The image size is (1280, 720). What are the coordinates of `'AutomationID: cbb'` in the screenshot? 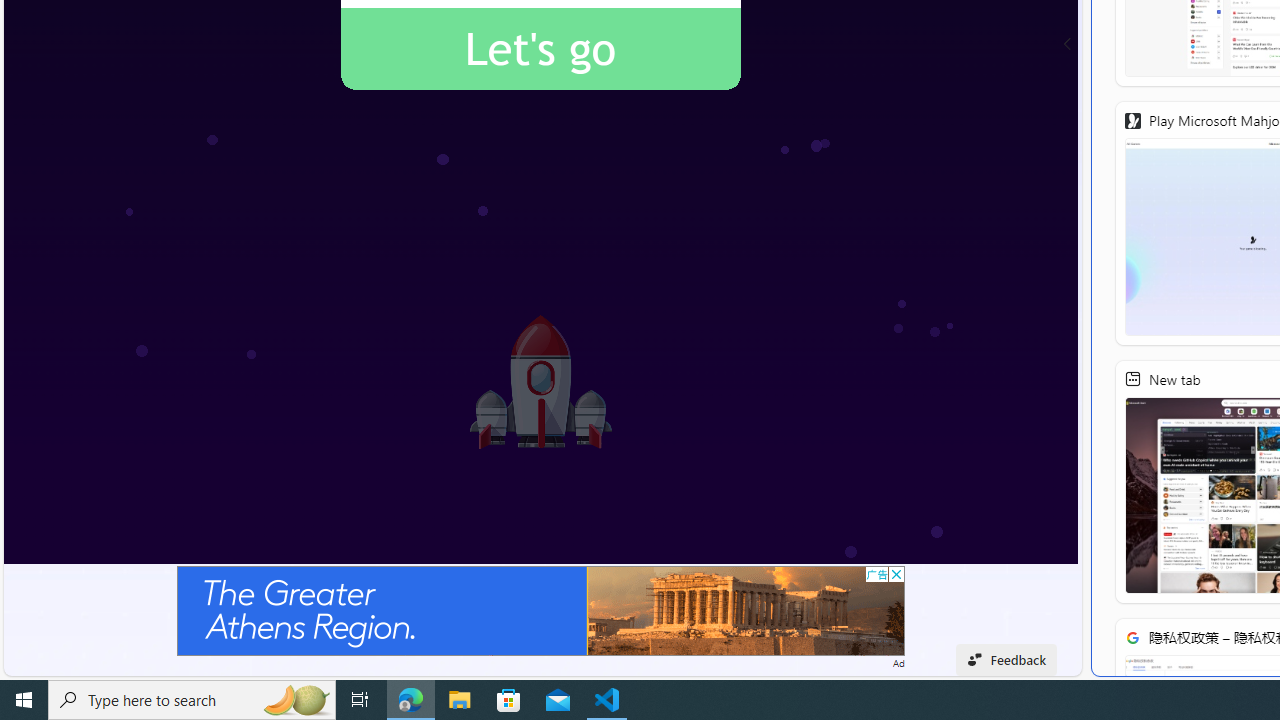 It's located at (895, 574).